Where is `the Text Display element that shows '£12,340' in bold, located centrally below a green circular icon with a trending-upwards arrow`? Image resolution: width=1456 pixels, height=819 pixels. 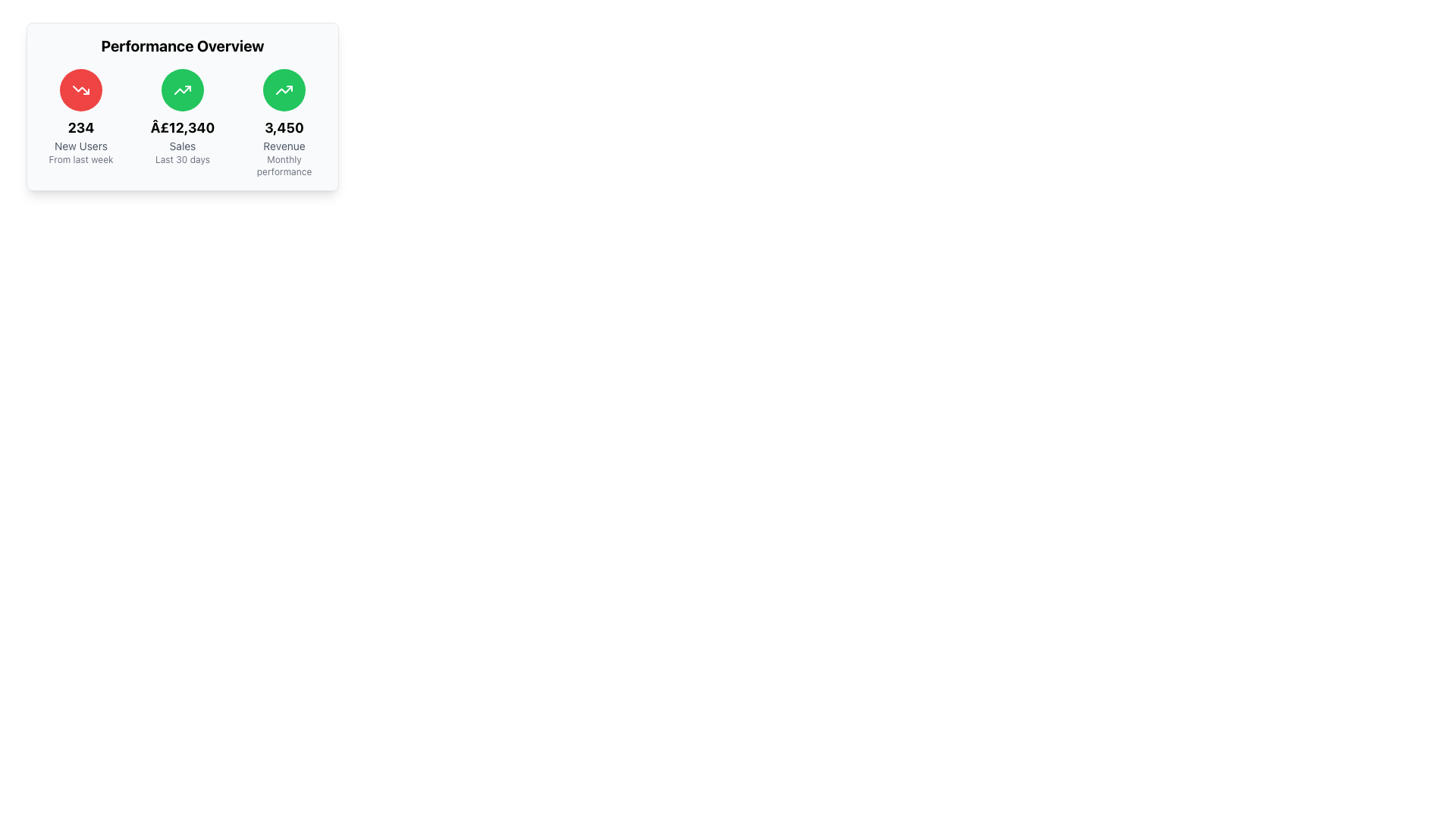 the Text Display element that shows '£12,340' in bold, located centrally below a green circular icon with a trending-upwards arrow is located at coordinates (182, 127).